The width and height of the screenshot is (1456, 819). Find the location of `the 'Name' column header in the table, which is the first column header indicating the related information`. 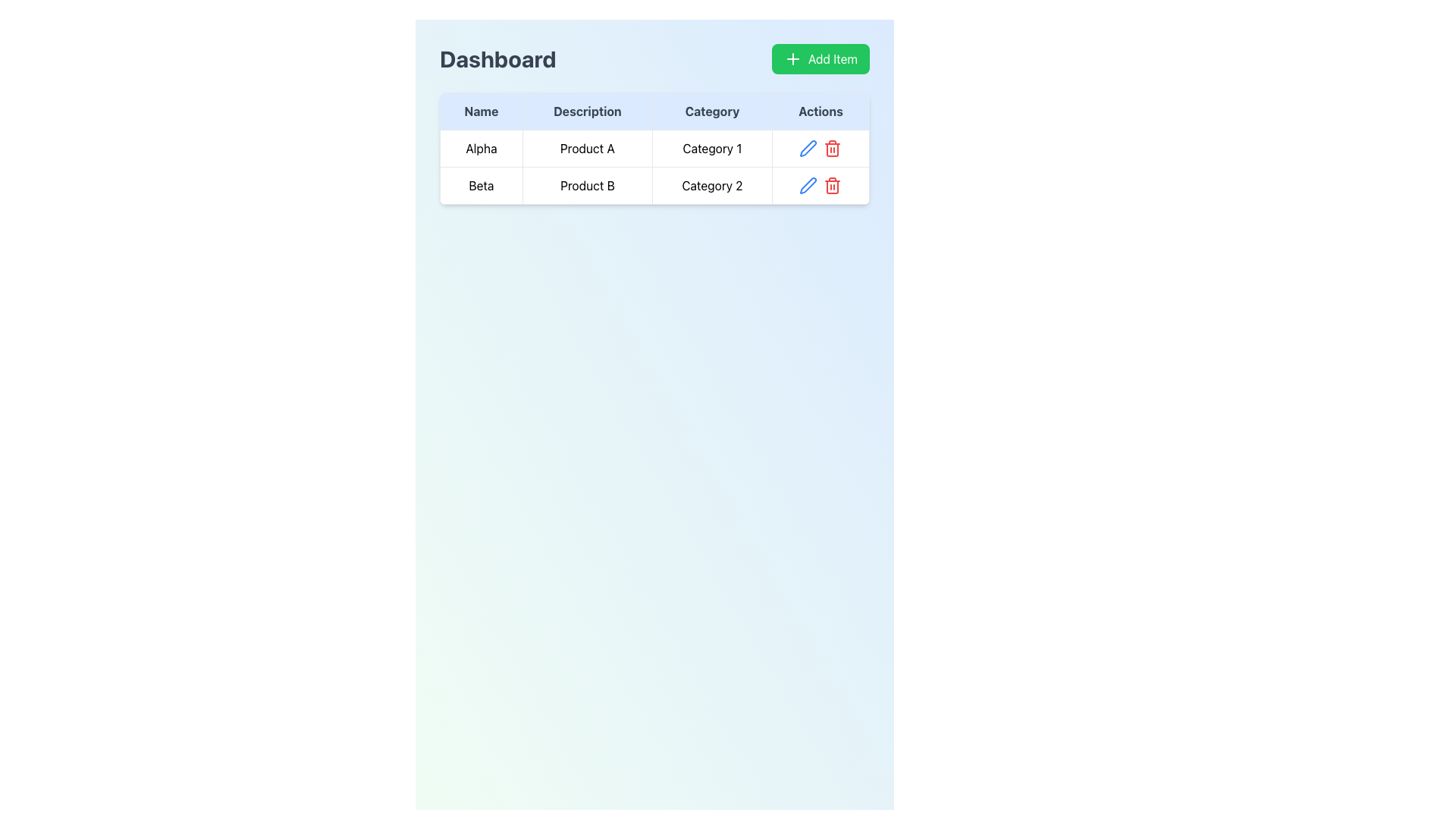

the 'Name' column header in the table, which is the first column header indicating the related information is located at coordinates (480, 110).